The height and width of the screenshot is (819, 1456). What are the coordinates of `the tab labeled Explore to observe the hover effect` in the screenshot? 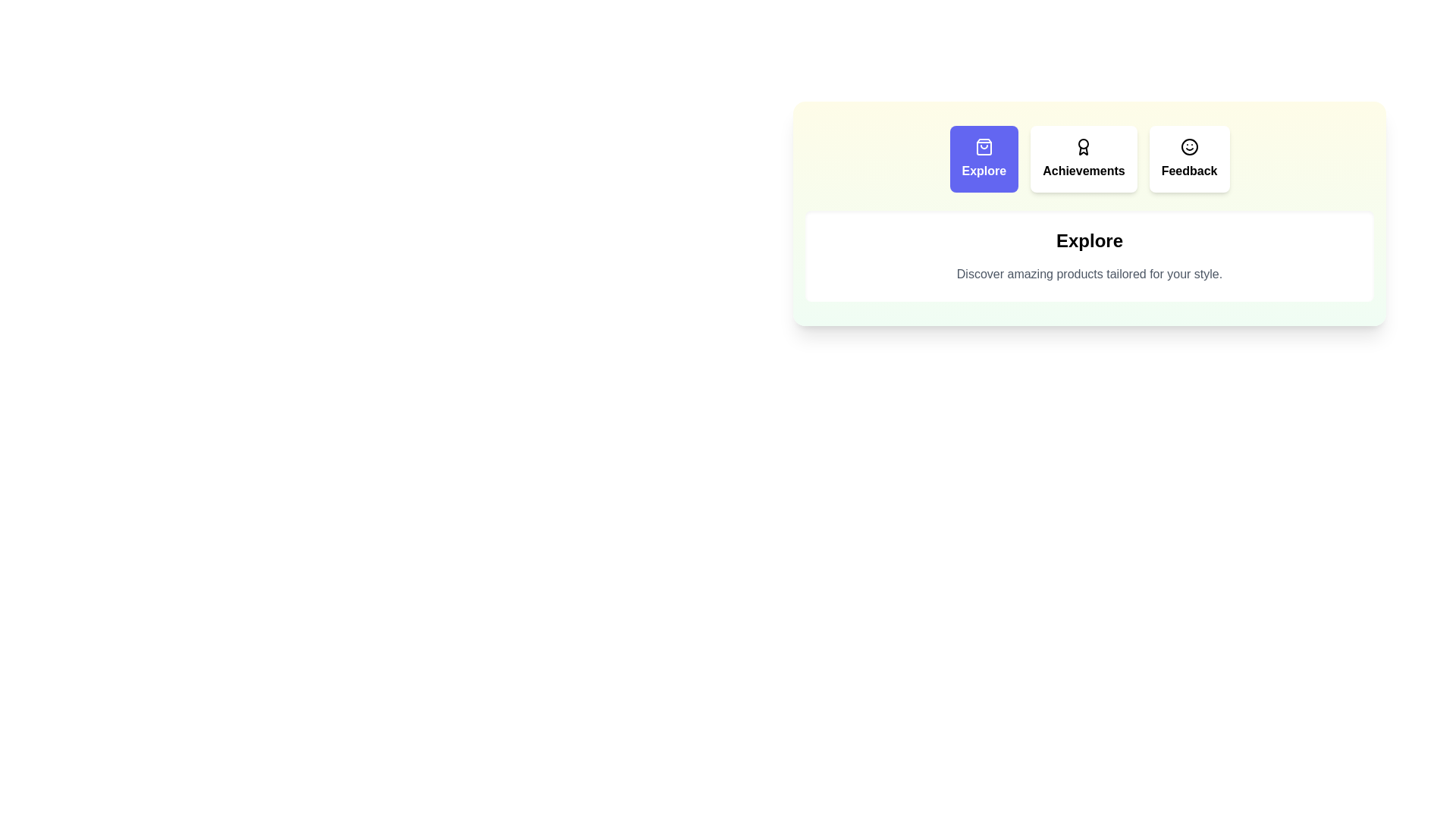 It's located at (983, 158).